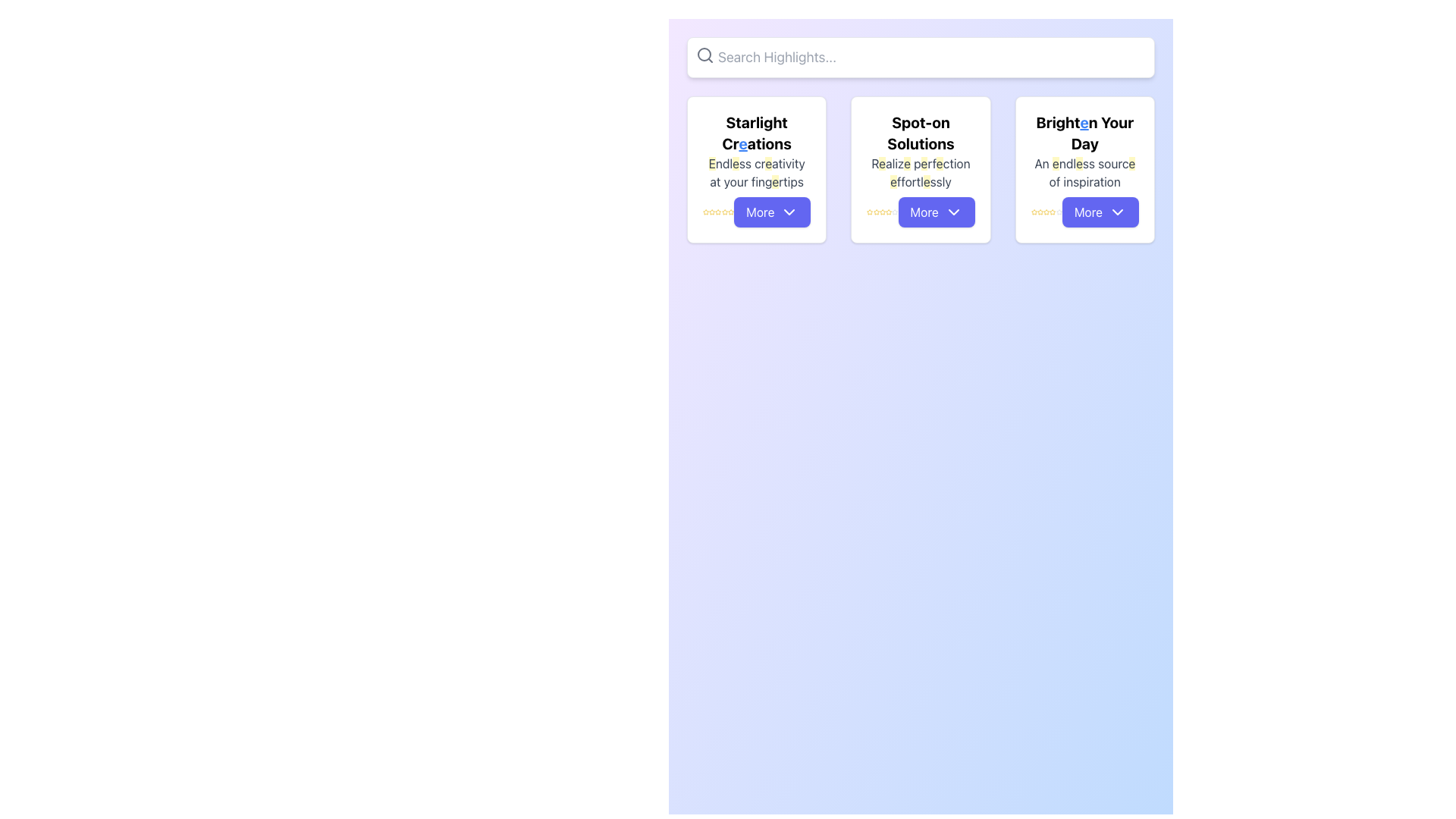 The height and width of the screenshot is (819, 1456). What do you see at coordinates (889, 212) in the screenshot?
I see `the sixth star in the rating system located in the card labeled 'Spot-on Solutions'` at bounding box center [889, 212].